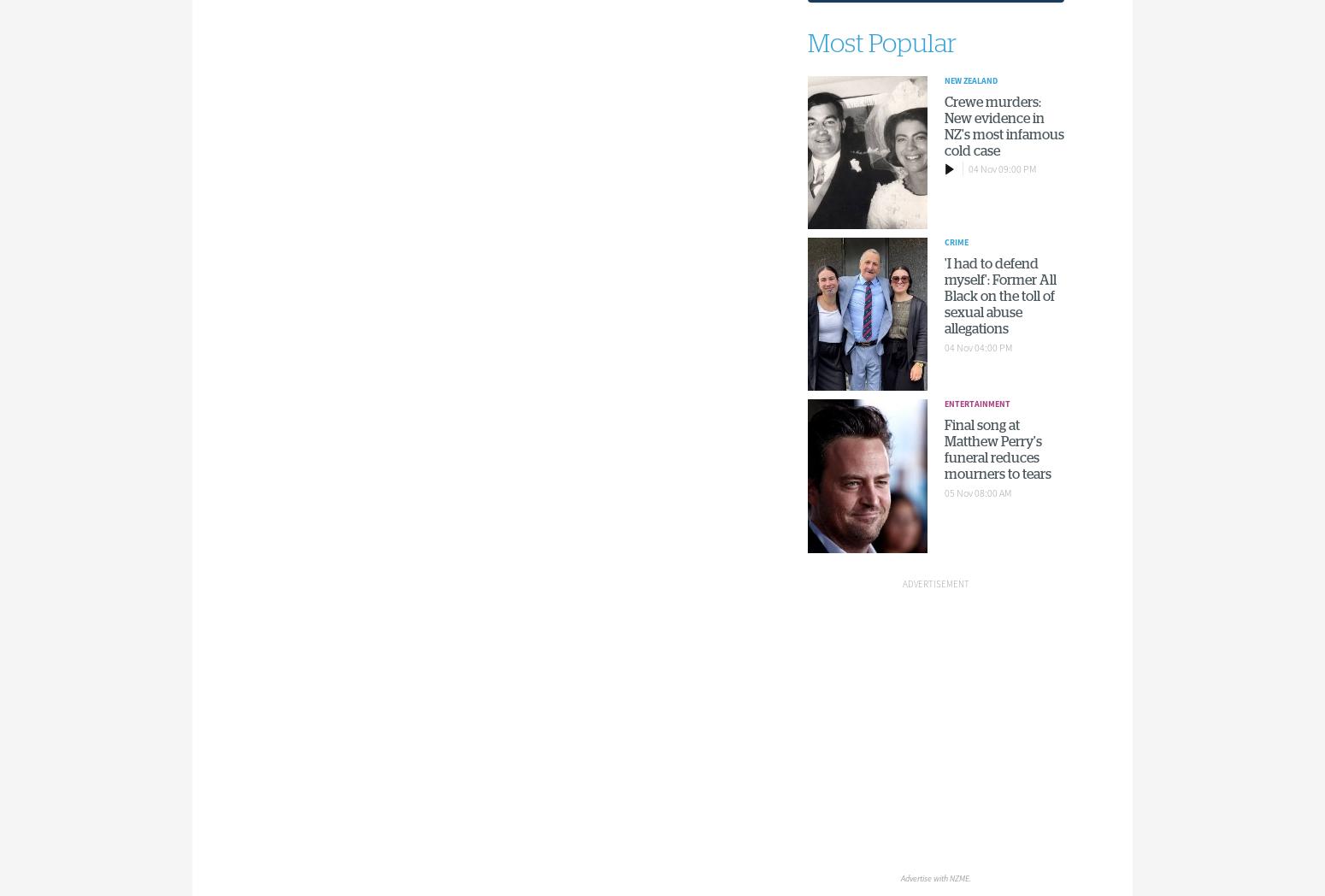 The image size is (1325, 896). I want to click on 'Advertise with NZME.', so click(900, 877).